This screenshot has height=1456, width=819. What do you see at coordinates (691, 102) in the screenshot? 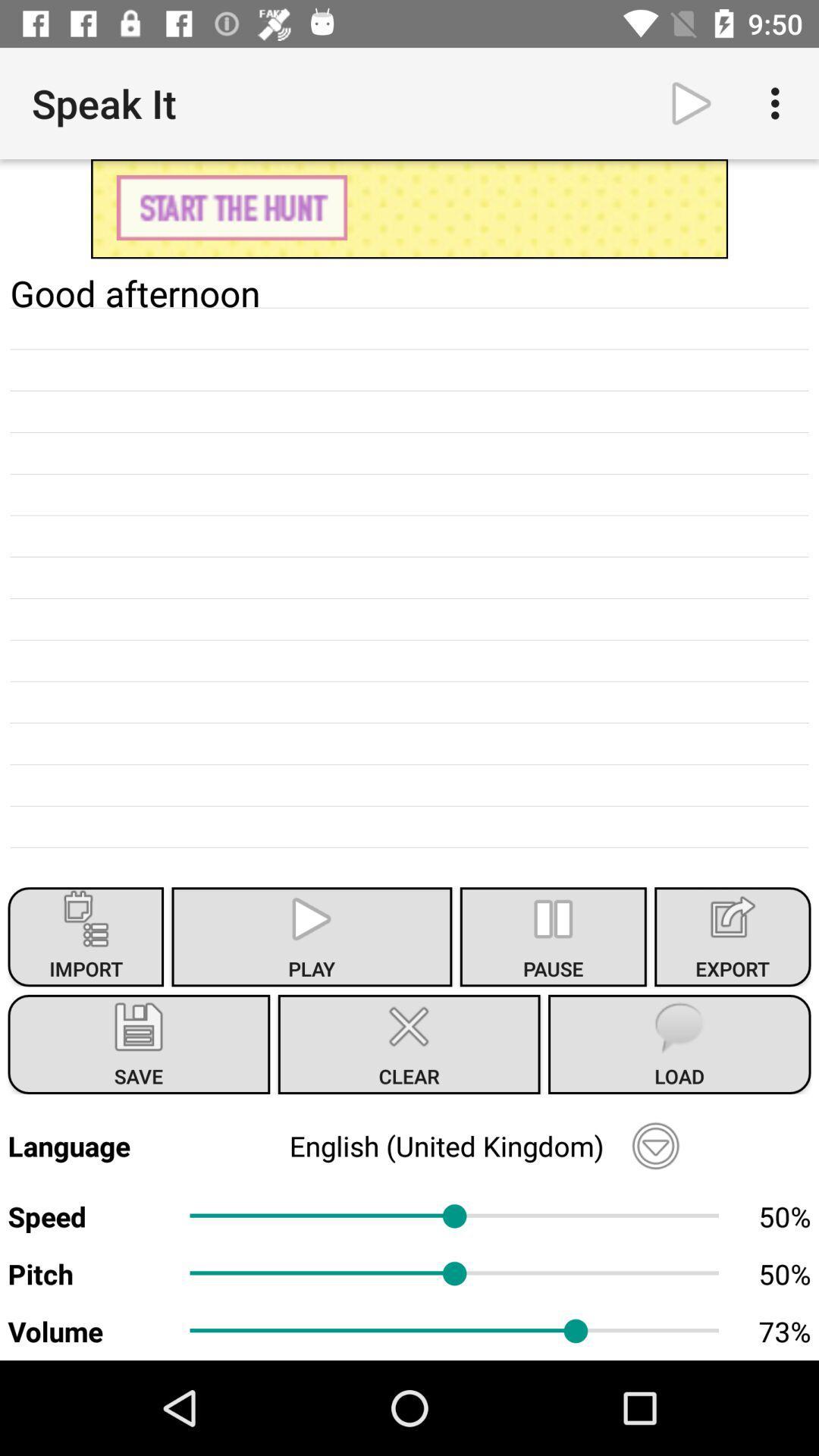
I see `next arrow` at bounding box center [691, 102].